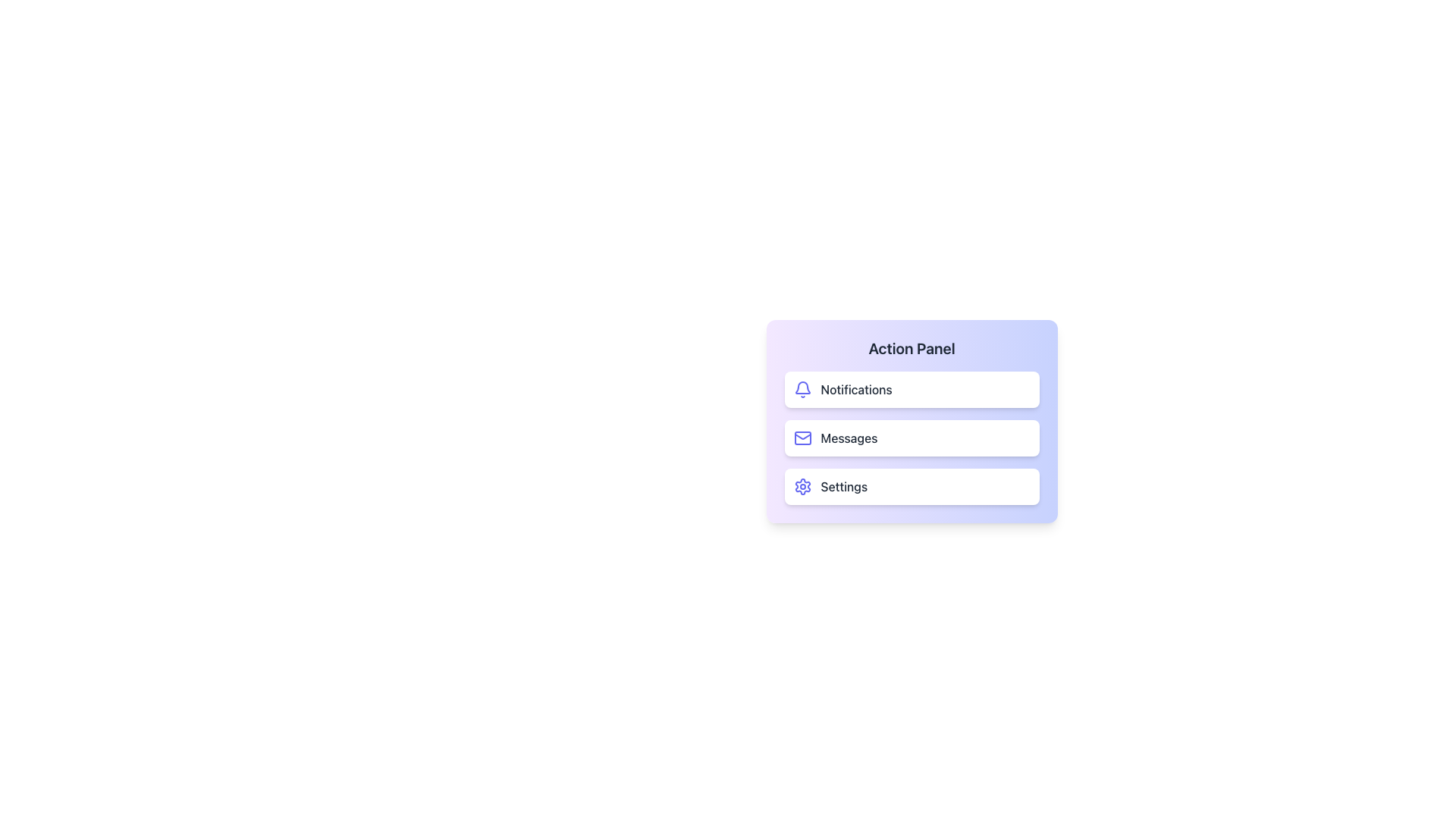 Image resolution: width=1456 pixels, height=819 pixels. What do you see at coordinates (802, 486) in the screenshot?
I see `the gear icon located in the third row of the vertical list within the 'Action Panel' section, which is associated with the 'Settings' label` at bounding box center [802, 486].